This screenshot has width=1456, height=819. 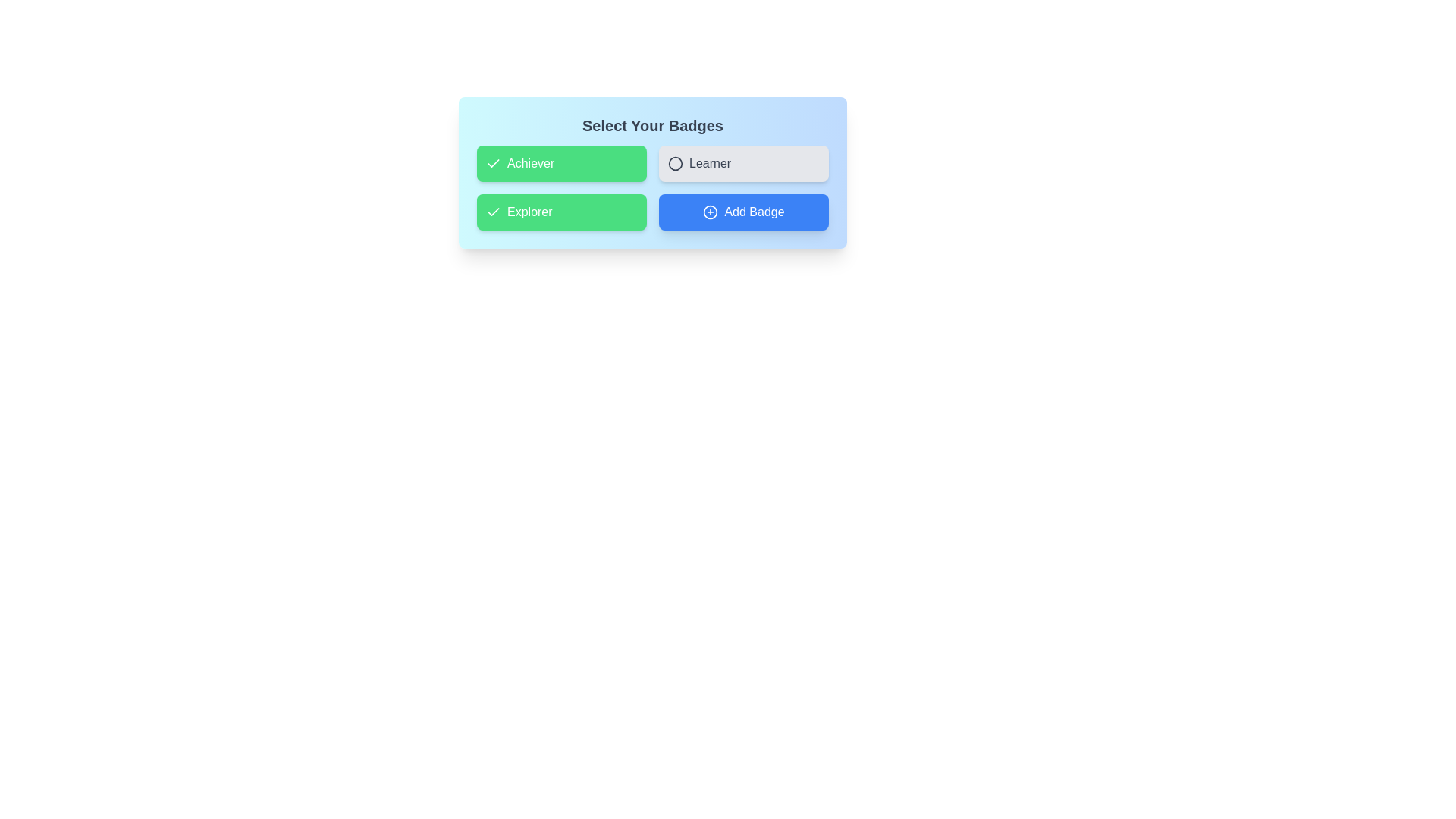 What do you see at coordinates (560, 212) in the screenshot?
I see `the badge Explorer to observe its animation effect` at bounding box center [560, 212].